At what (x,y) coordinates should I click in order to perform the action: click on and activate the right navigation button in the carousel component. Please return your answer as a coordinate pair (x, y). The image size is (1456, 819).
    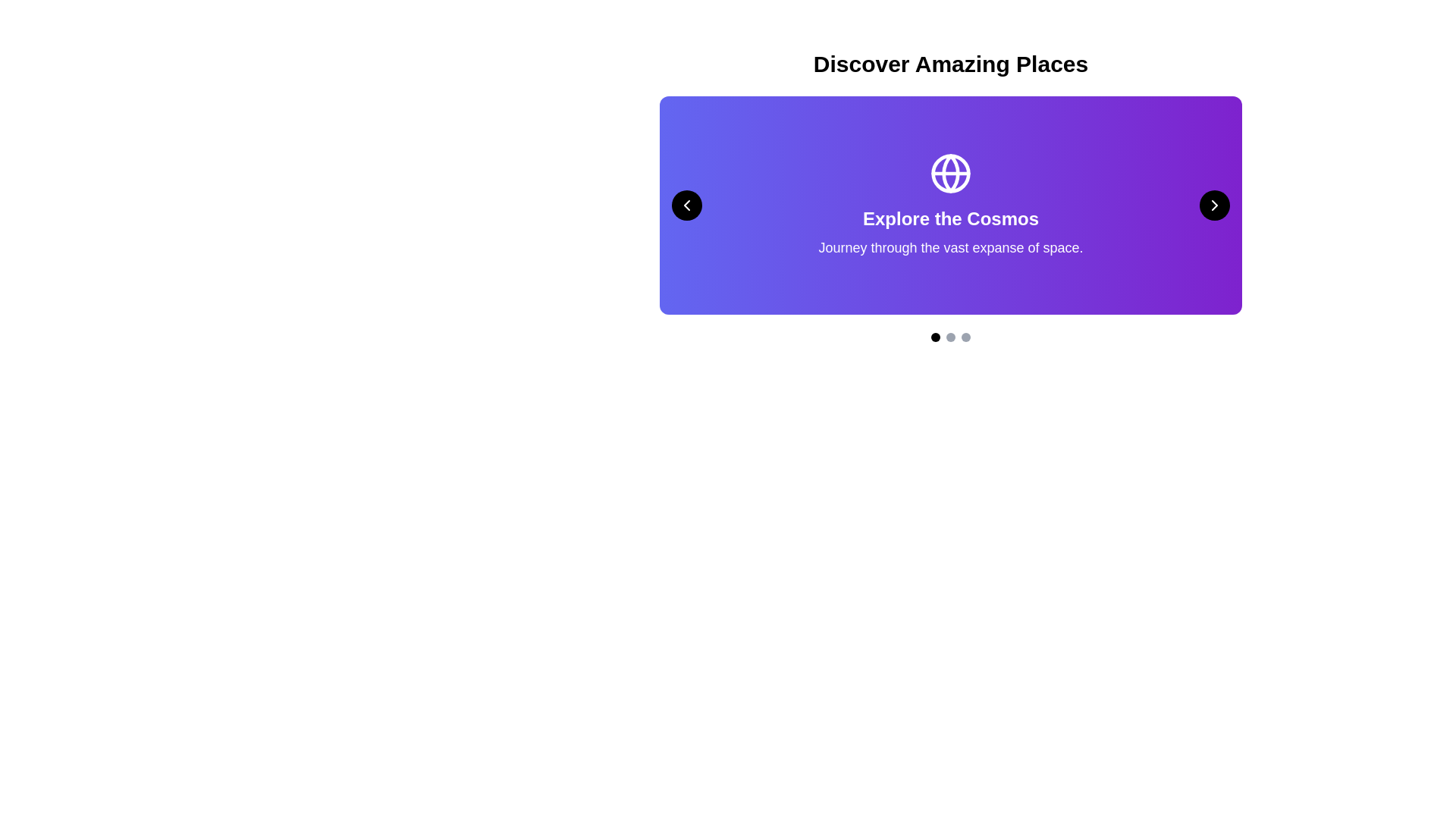
    Looking at the image, I should click on (1215, 205).